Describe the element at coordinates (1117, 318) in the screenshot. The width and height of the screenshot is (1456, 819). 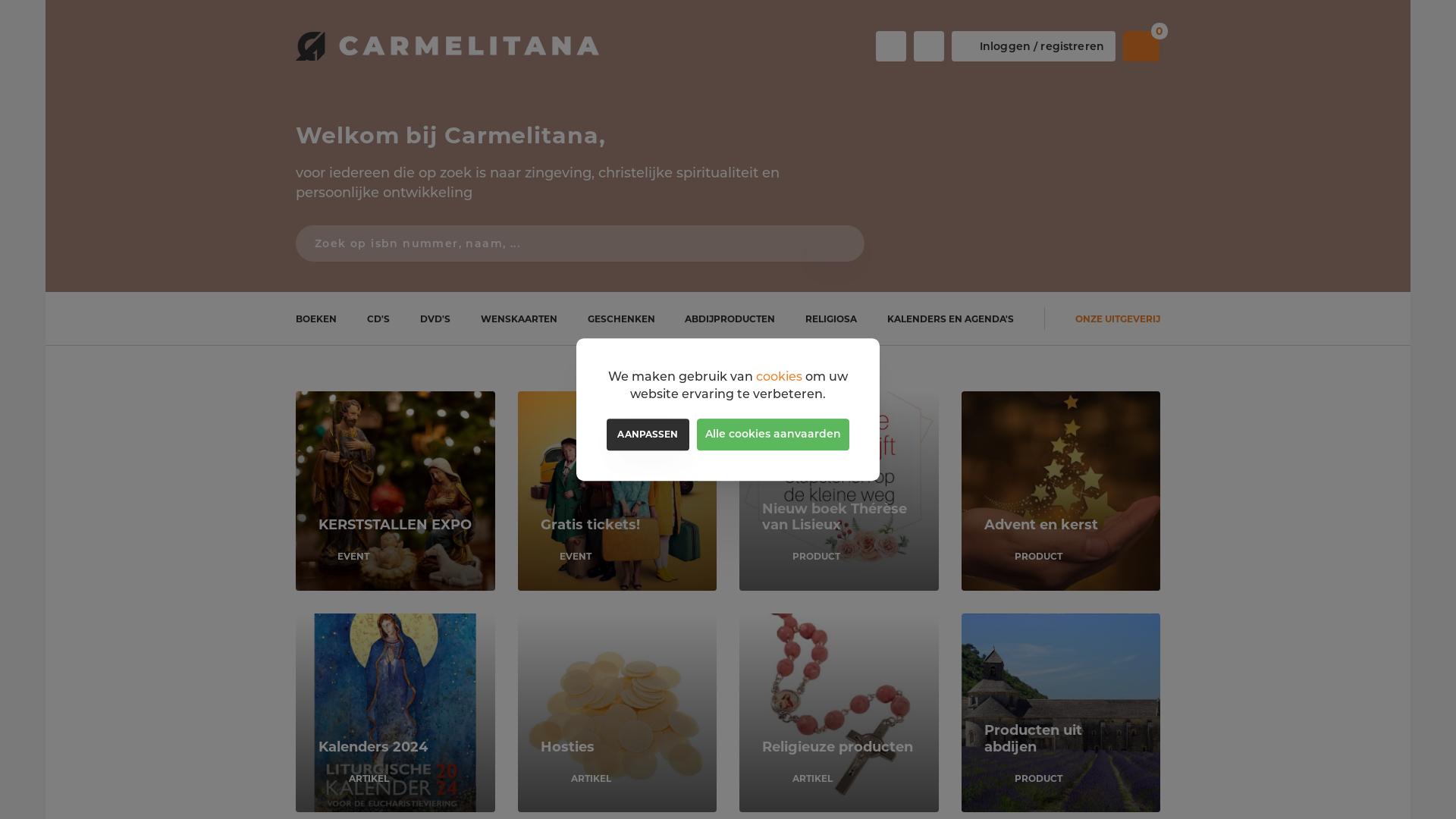
I see `'ONZE UITGEVERIJ'` at that location.